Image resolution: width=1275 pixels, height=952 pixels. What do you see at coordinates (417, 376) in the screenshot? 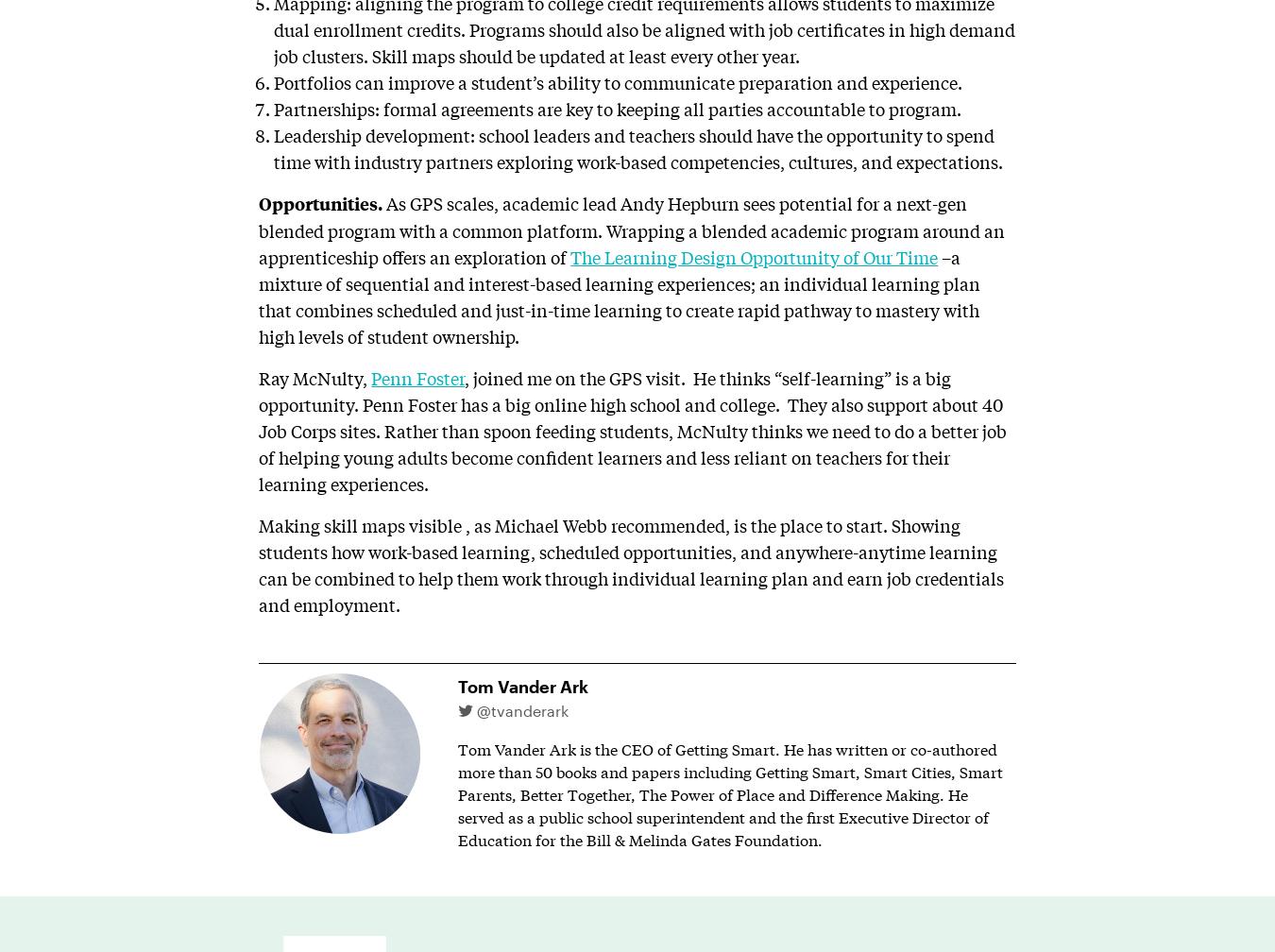
I see `'Penn Foster'` at bounding box center [417, 376].